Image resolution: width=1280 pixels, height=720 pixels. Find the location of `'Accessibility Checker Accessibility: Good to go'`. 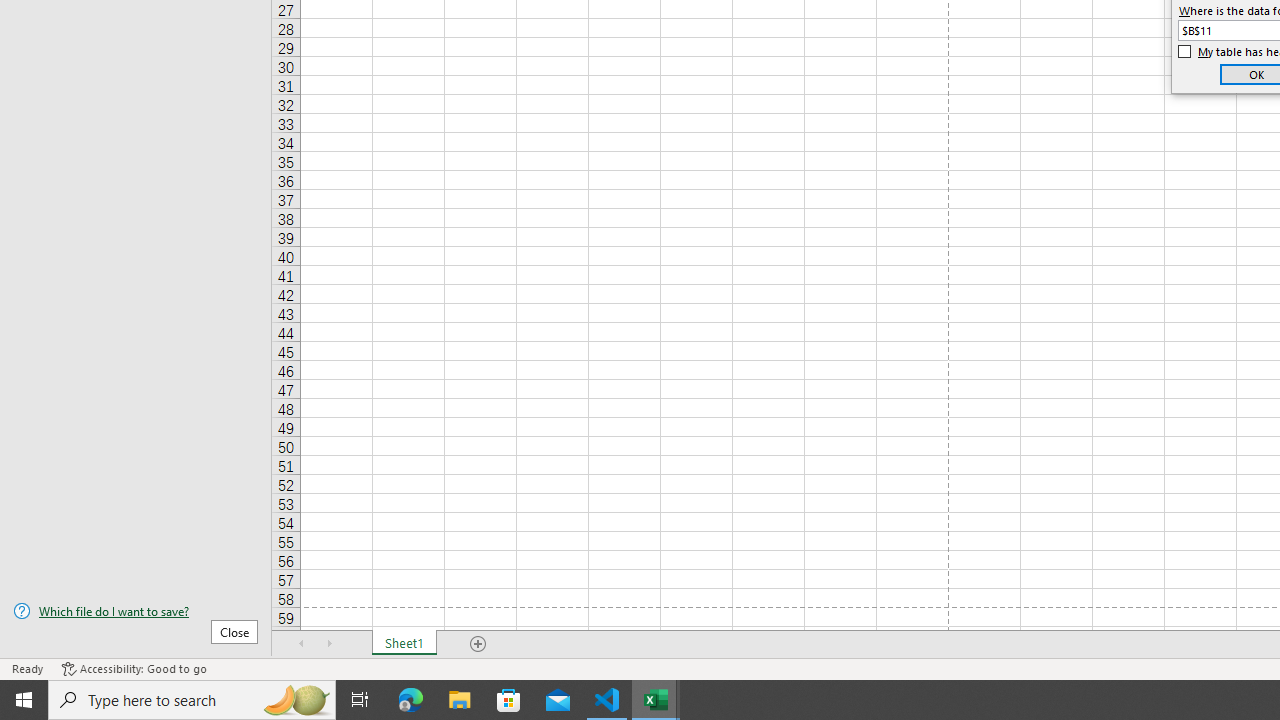

'Accessibility Checker Accessibility: Good to go' is located at coordinates (133, 669).